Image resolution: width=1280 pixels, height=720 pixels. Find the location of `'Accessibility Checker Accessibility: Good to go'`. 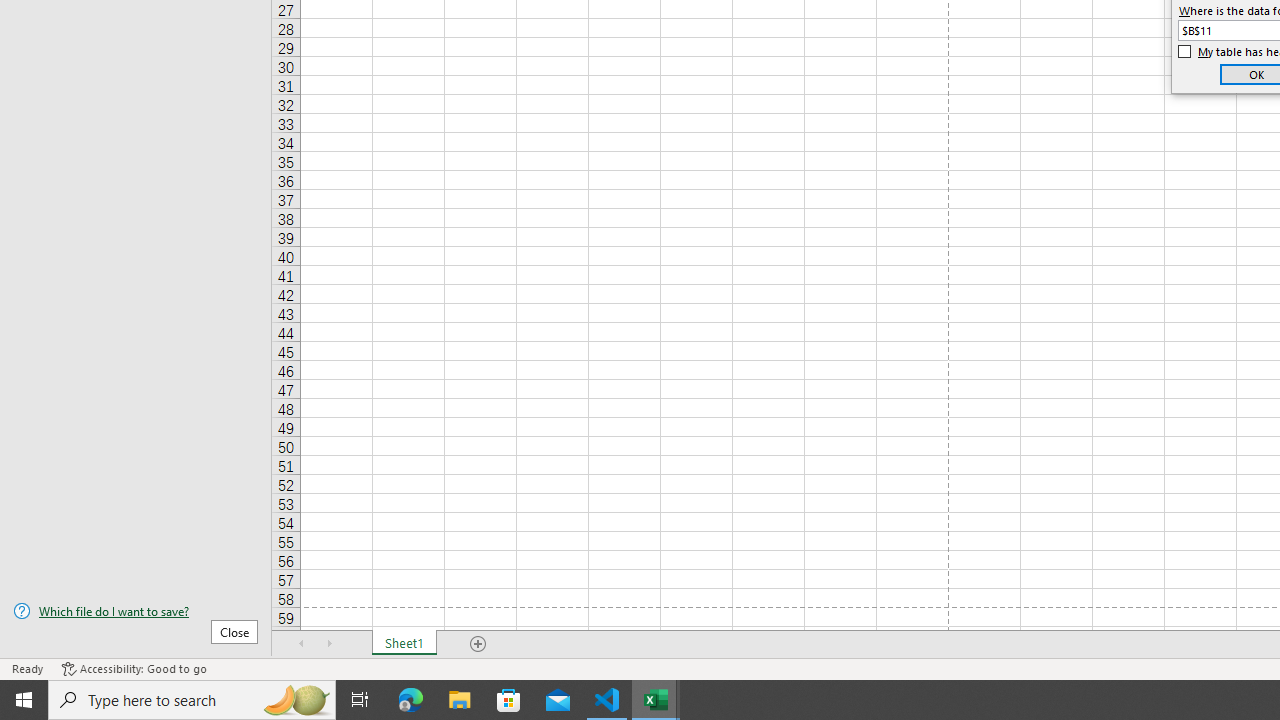

'Accessibility Checker Accessibility: Good to go' is located at coordinates (133, 669).